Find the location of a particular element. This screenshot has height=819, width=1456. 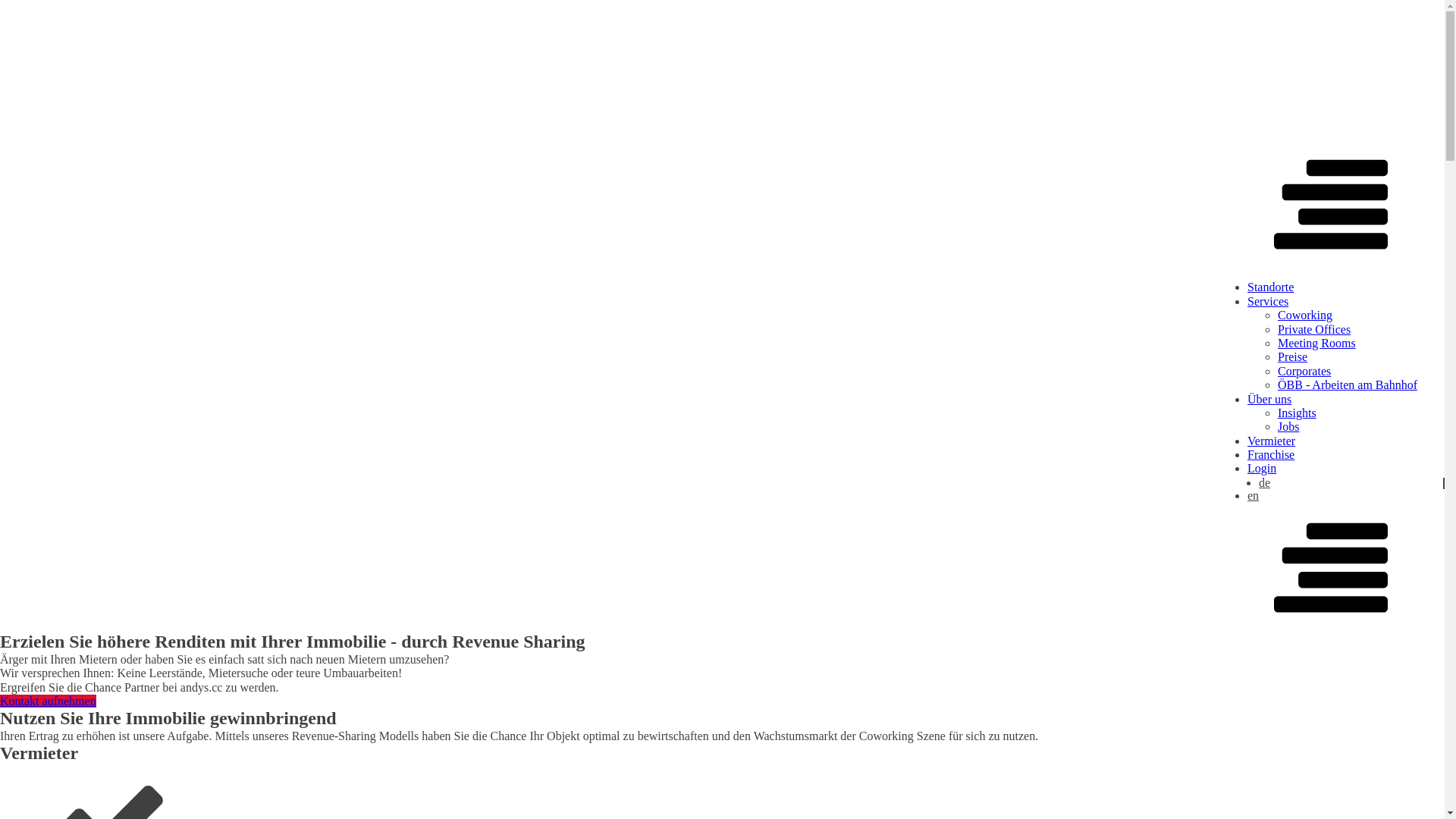

'Preise' is located at coordinates (1291, 356).